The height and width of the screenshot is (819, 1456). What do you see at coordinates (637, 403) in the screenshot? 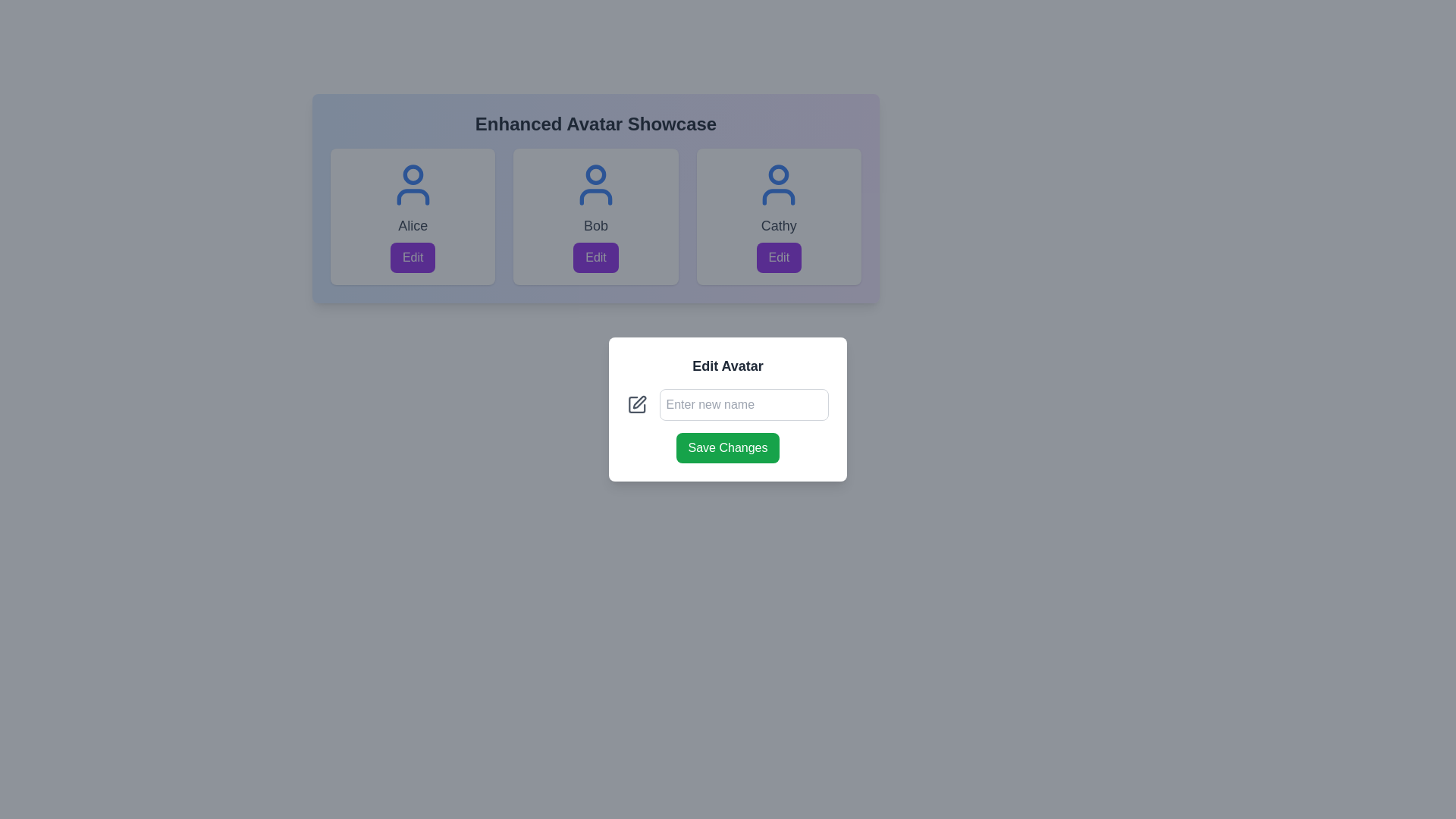
I see `the details of the gray pen icon located at the top-left corner of the 'Enter new name' input field, which is aligned with the 'Edit Avatar' modal` at bounding box center [637, 403].